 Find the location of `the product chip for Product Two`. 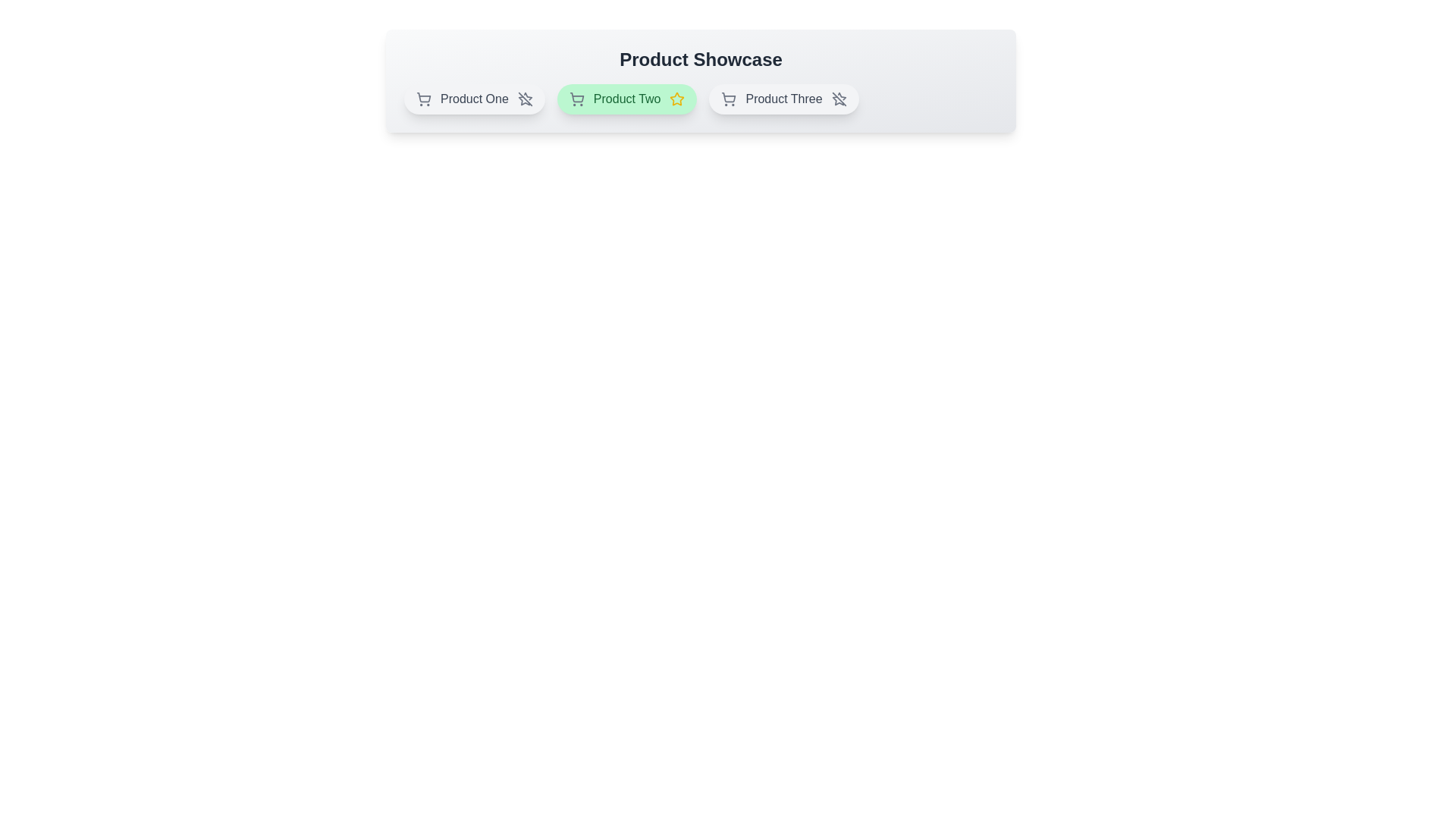

the product chip for Product Two is located at coordinates (626, 99).